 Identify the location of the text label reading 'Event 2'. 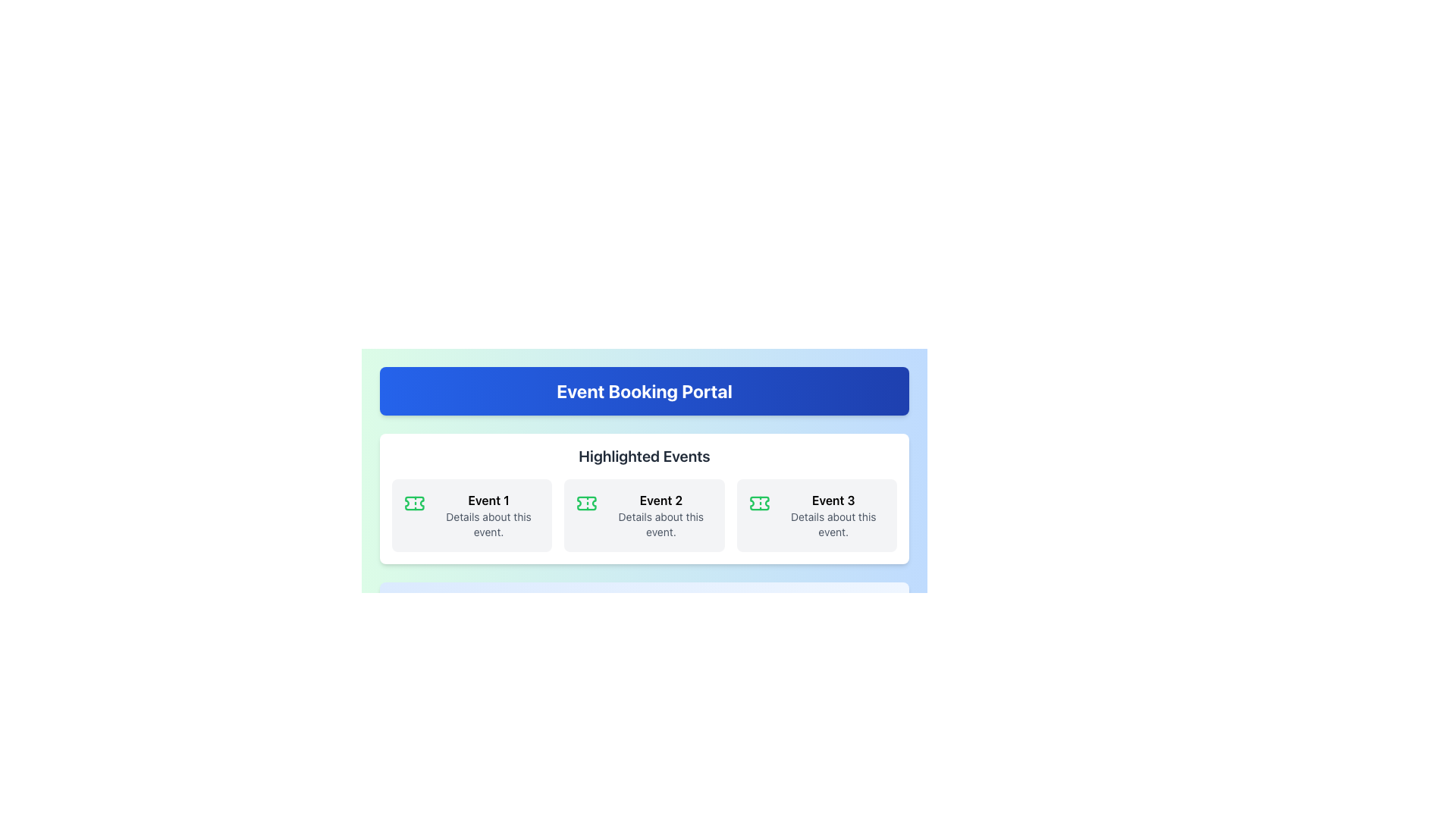
(661, 500).